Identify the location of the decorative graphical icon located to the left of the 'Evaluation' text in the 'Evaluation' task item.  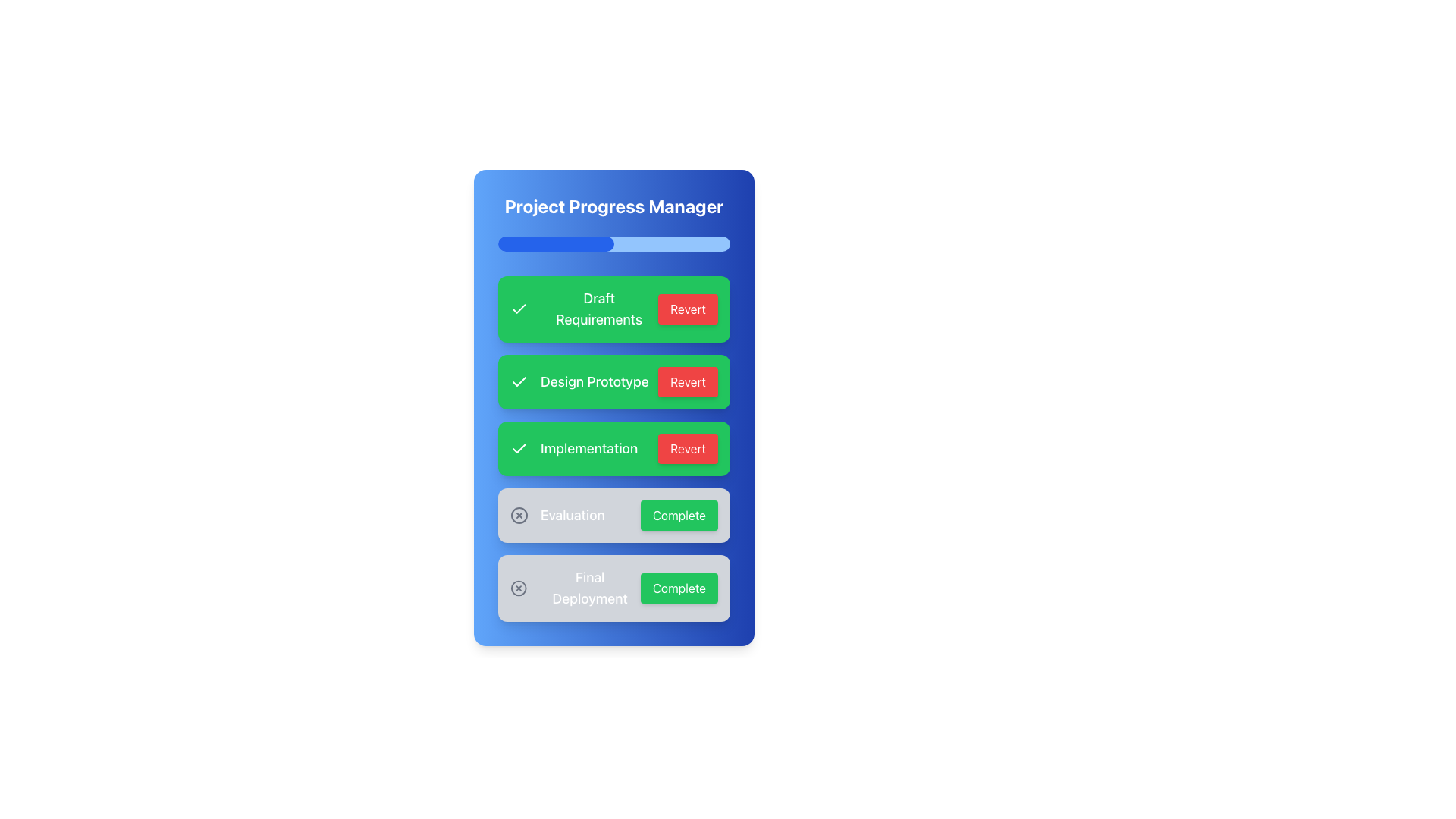
(519, 514).